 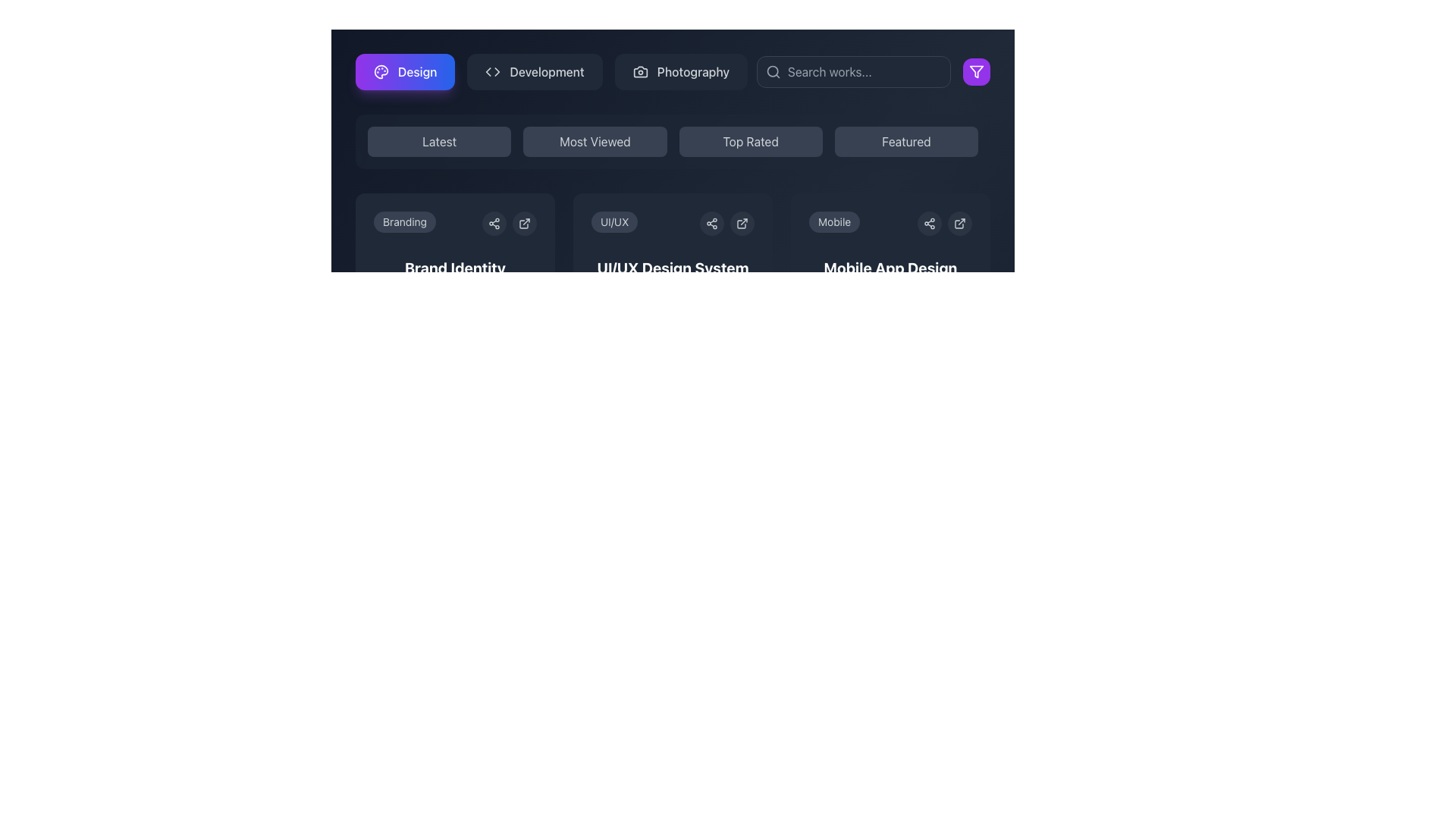 I want to click on the 'Design' button, which is a rectangular button with a gradient background from purple to blue and contains a white palette icon and the text 'Design' in white font, so click(x=405, y=72).